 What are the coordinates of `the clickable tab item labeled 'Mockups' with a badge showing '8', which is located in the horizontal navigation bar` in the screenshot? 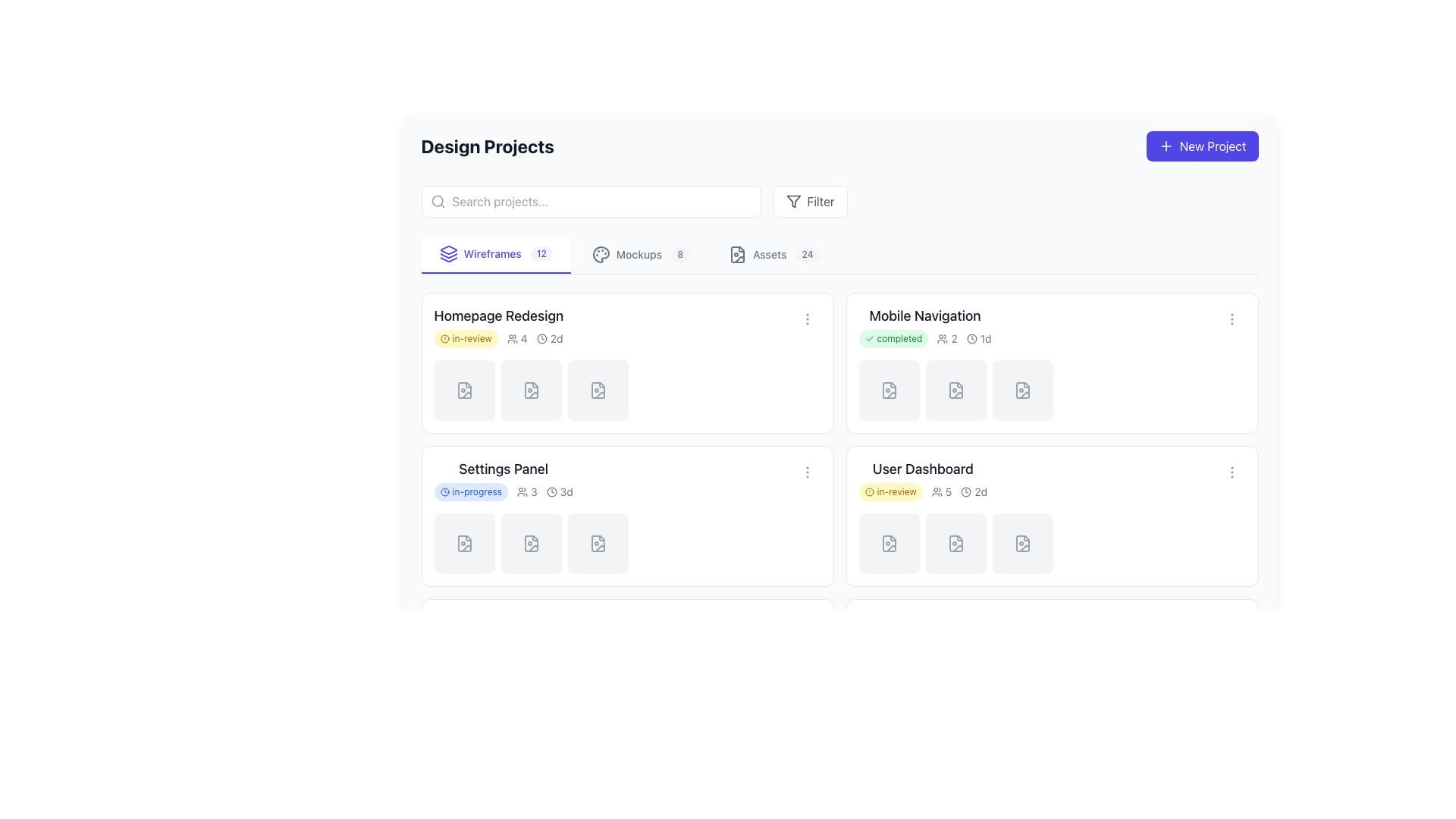 It's located at (640, 253).